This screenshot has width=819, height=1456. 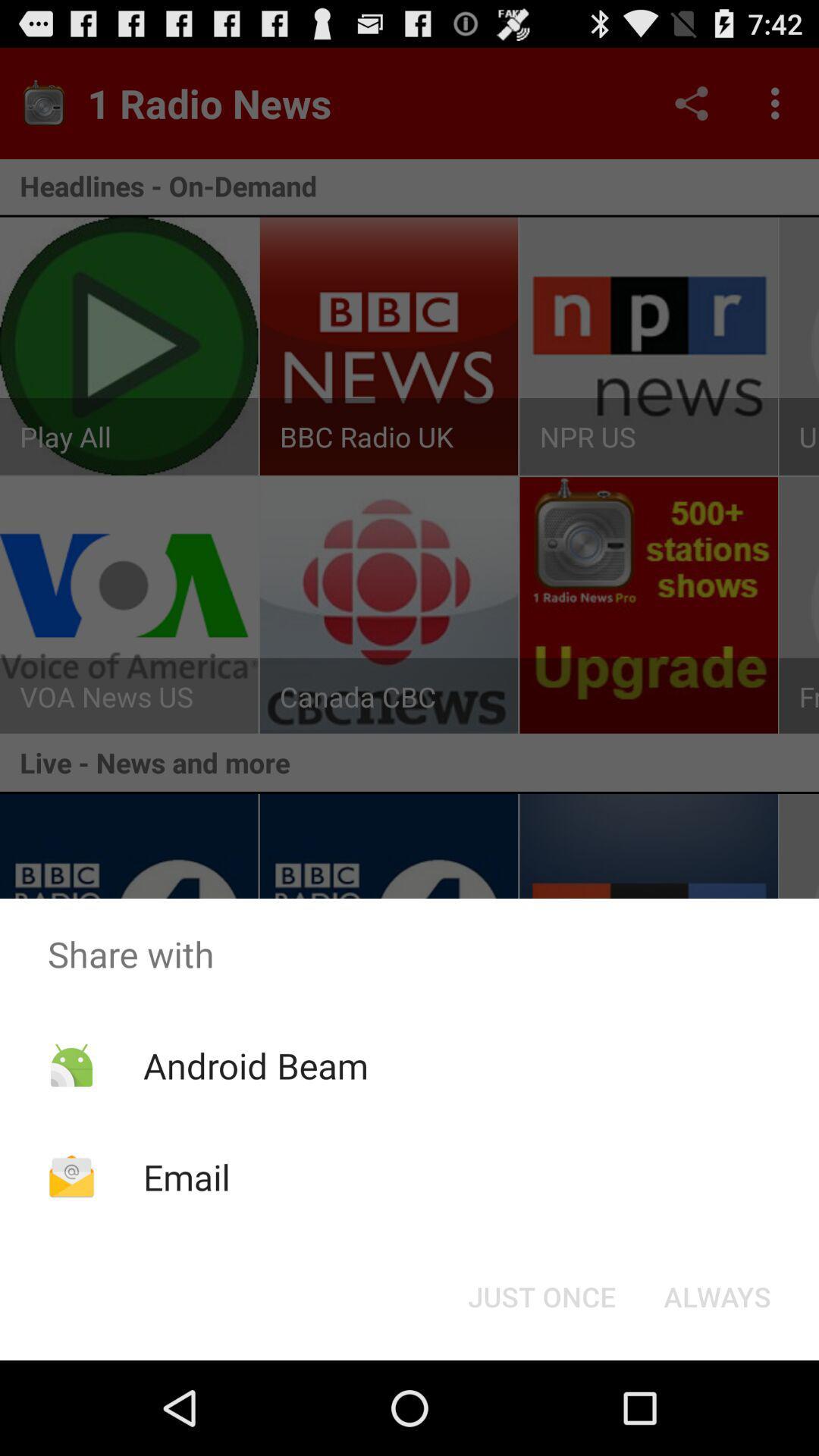 I want to click on icon next to the just once, so click(x=717, y=1295).